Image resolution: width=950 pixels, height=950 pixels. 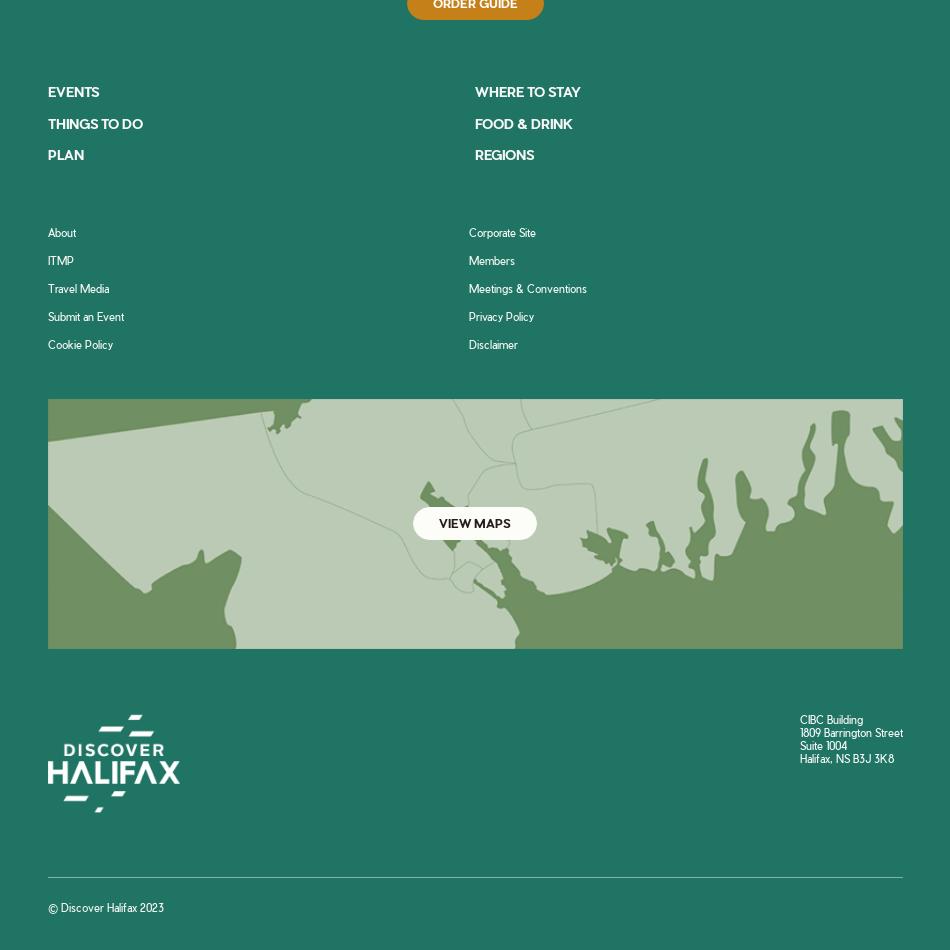 What do you see at coordinates (94, 122) in the screenshot?
I see `'Things To Do'` at bounding box center [94, 122].